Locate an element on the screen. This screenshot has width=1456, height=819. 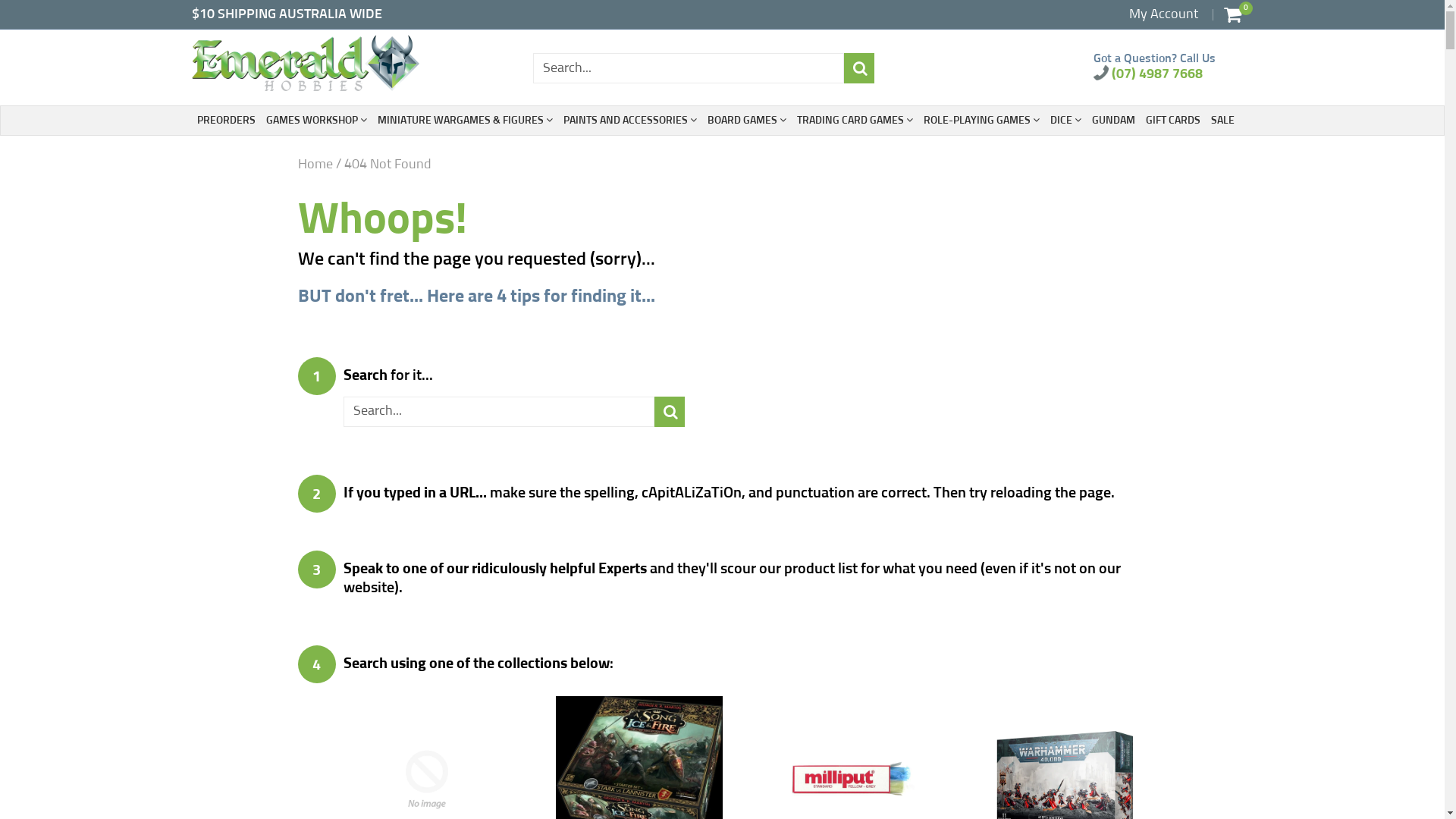
'Home' is located at coordinates (313, 164).